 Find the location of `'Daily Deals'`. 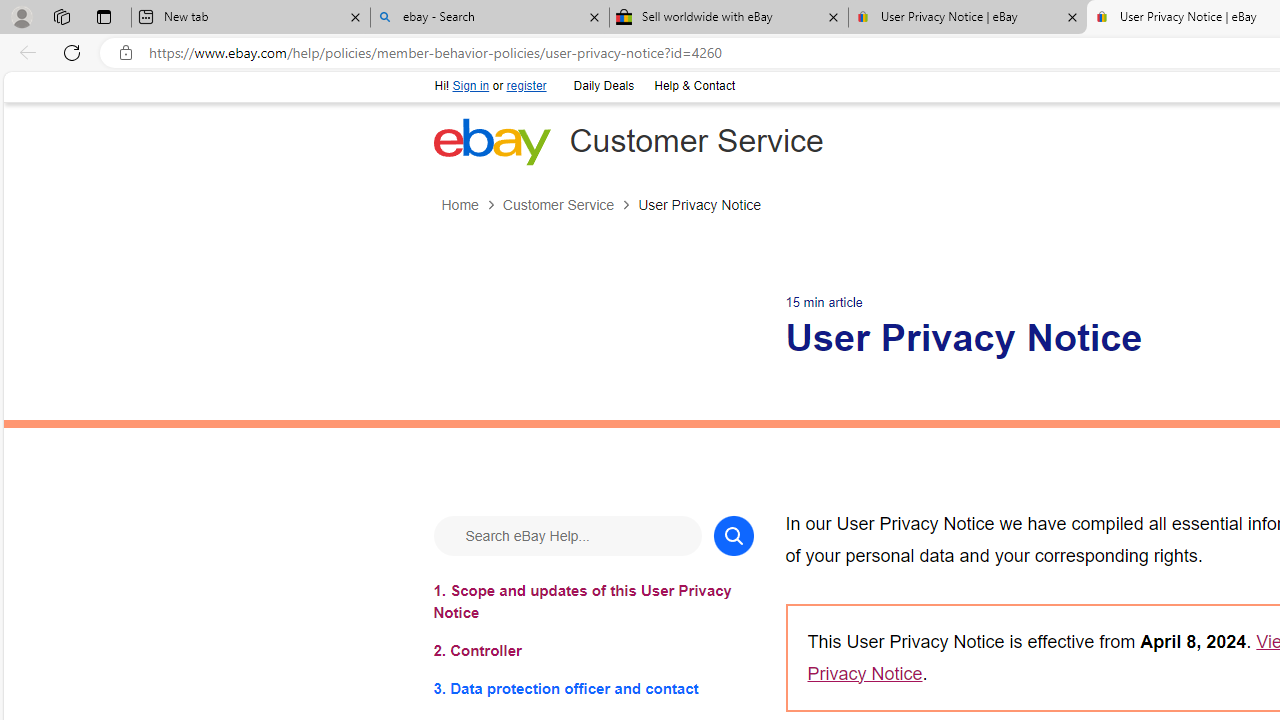

'Daily Deals' is located at coordinates (603, 86).